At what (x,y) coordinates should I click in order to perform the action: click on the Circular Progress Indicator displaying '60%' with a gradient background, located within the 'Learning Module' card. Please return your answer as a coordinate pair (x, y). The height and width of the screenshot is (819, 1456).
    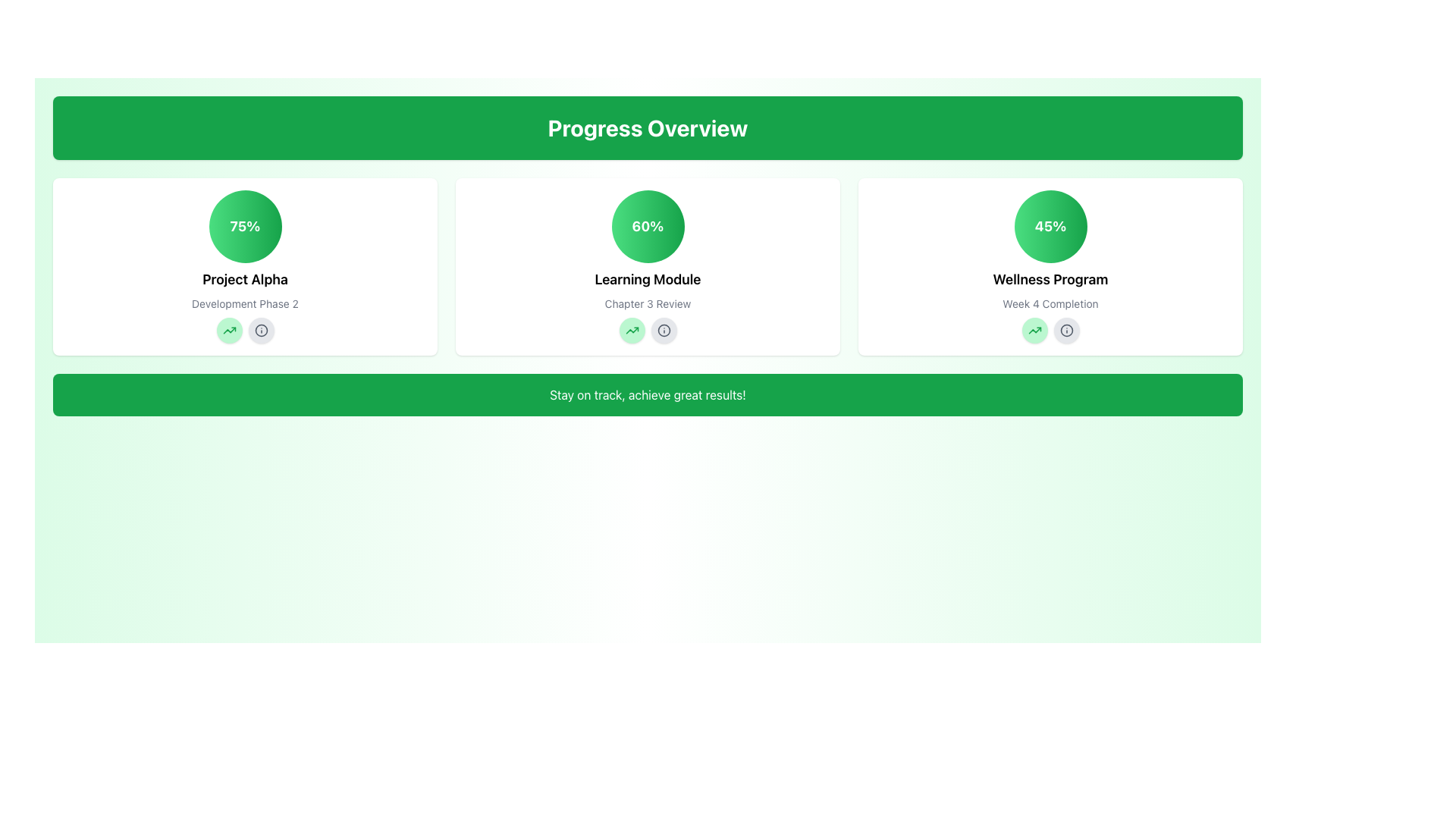
    Looking at the image, I should click on (648, 227).